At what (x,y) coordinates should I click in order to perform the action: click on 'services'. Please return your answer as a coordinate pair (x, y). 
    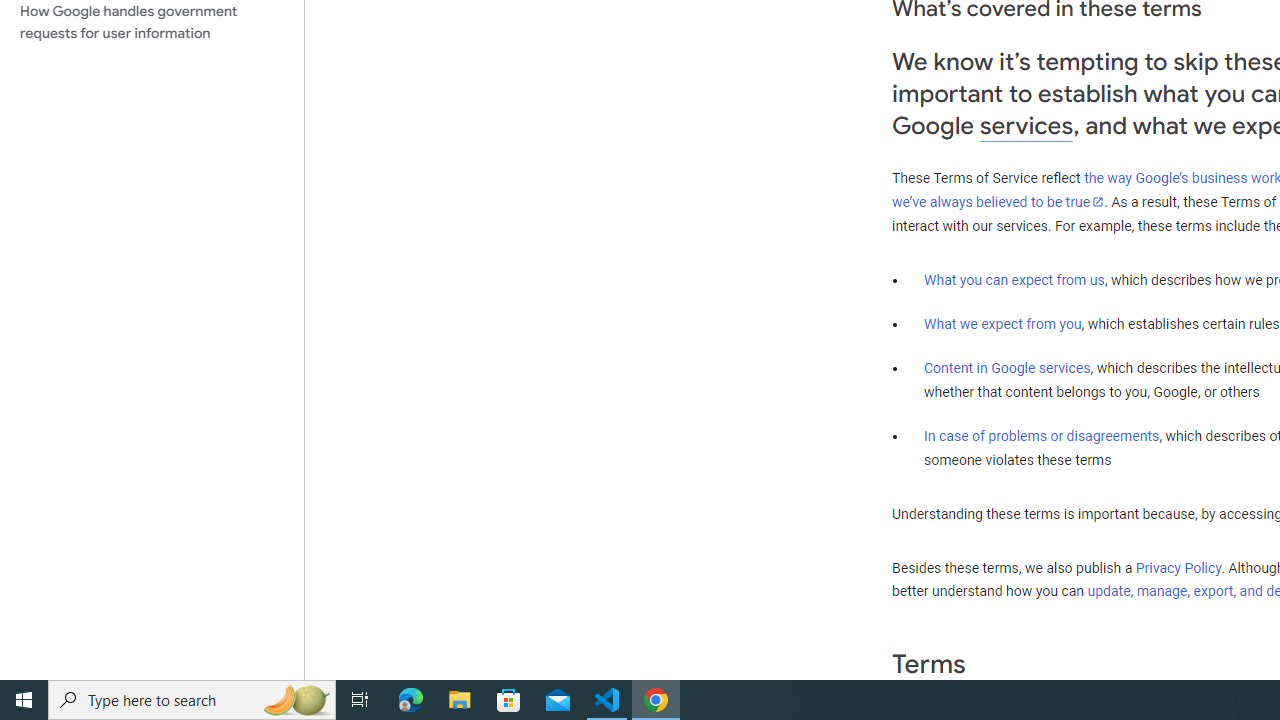
    Looking at the image, I should click on (1026, 125).